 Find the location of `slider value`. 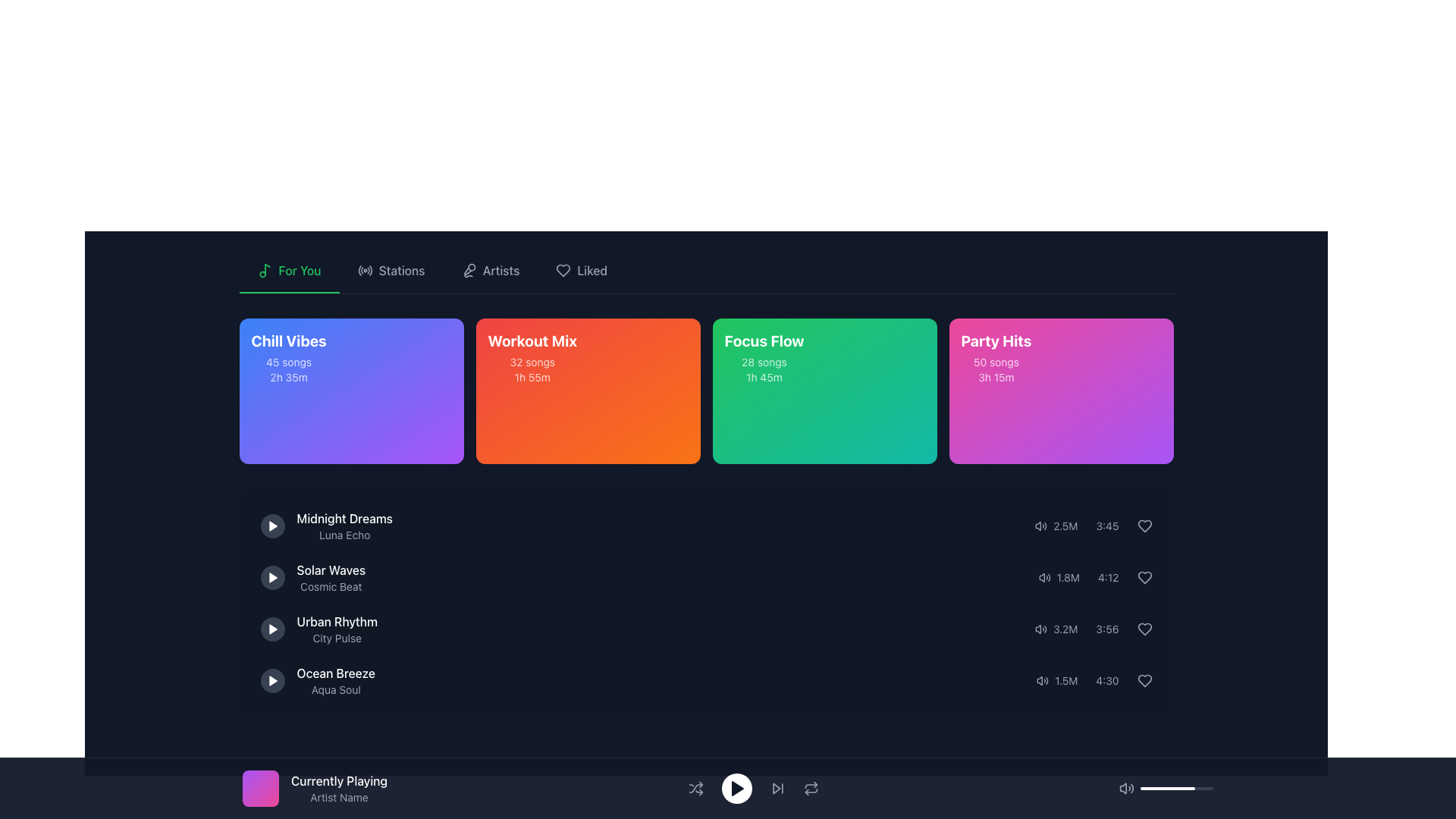

slider value is located at coordinates (1172, 788).